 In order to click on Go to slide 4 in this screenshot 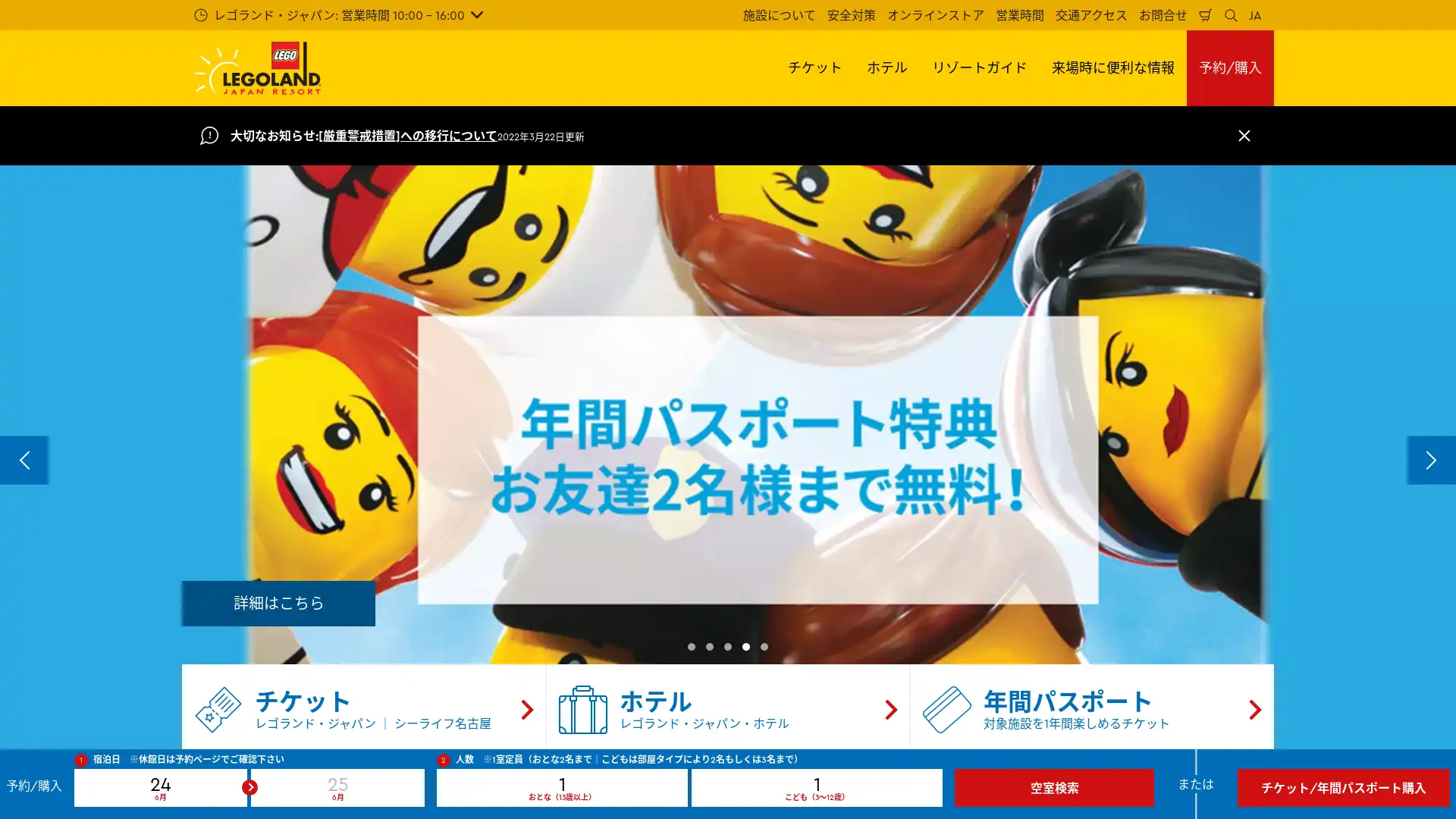, I will do `click(745, 646)`.